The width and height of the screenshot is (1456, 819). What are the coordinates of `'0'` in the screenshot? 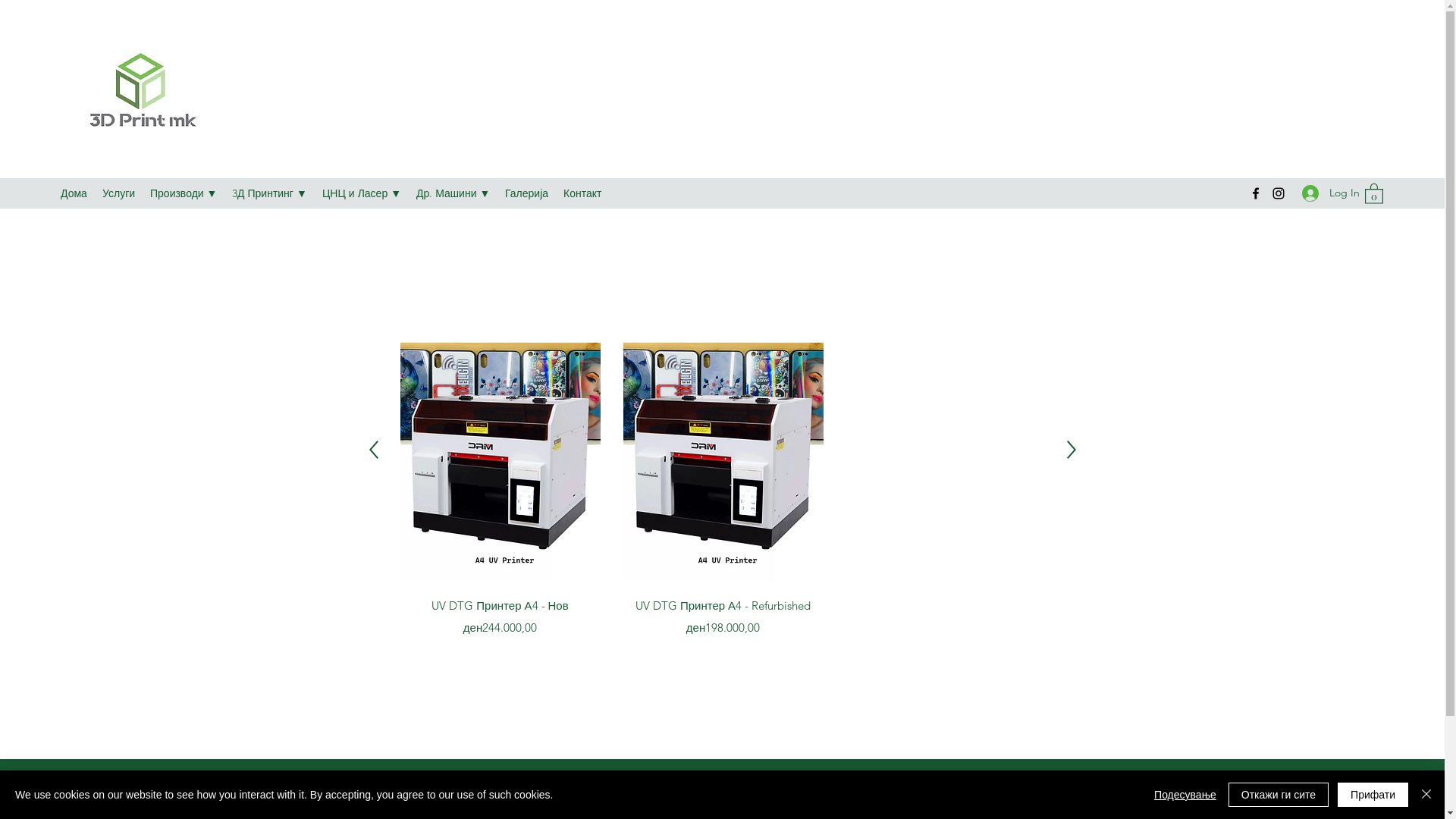 It's located at (1373, 192).